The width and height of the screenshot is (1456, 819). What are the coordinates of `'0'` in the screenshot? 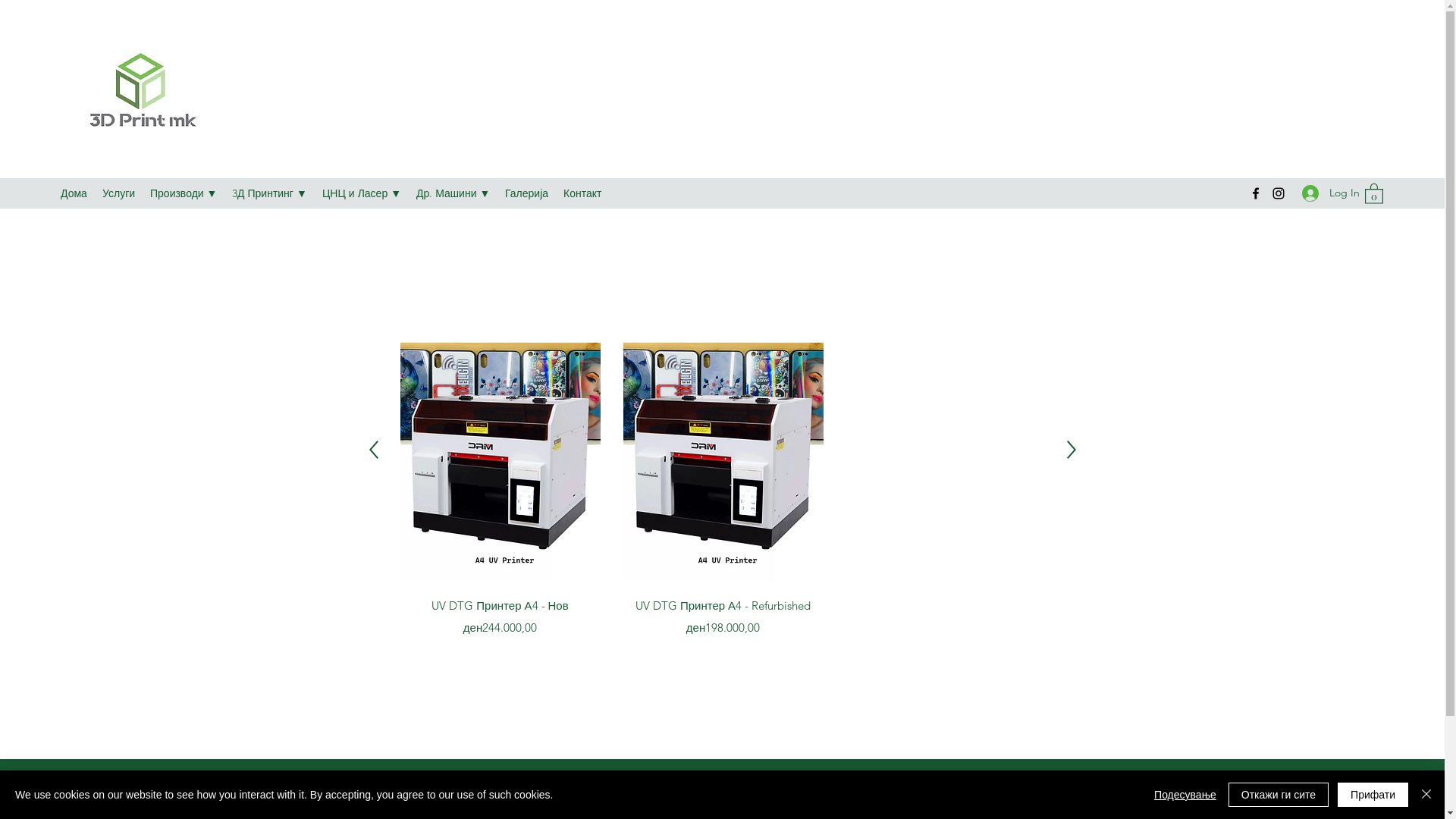 It's located at (1373, 192).